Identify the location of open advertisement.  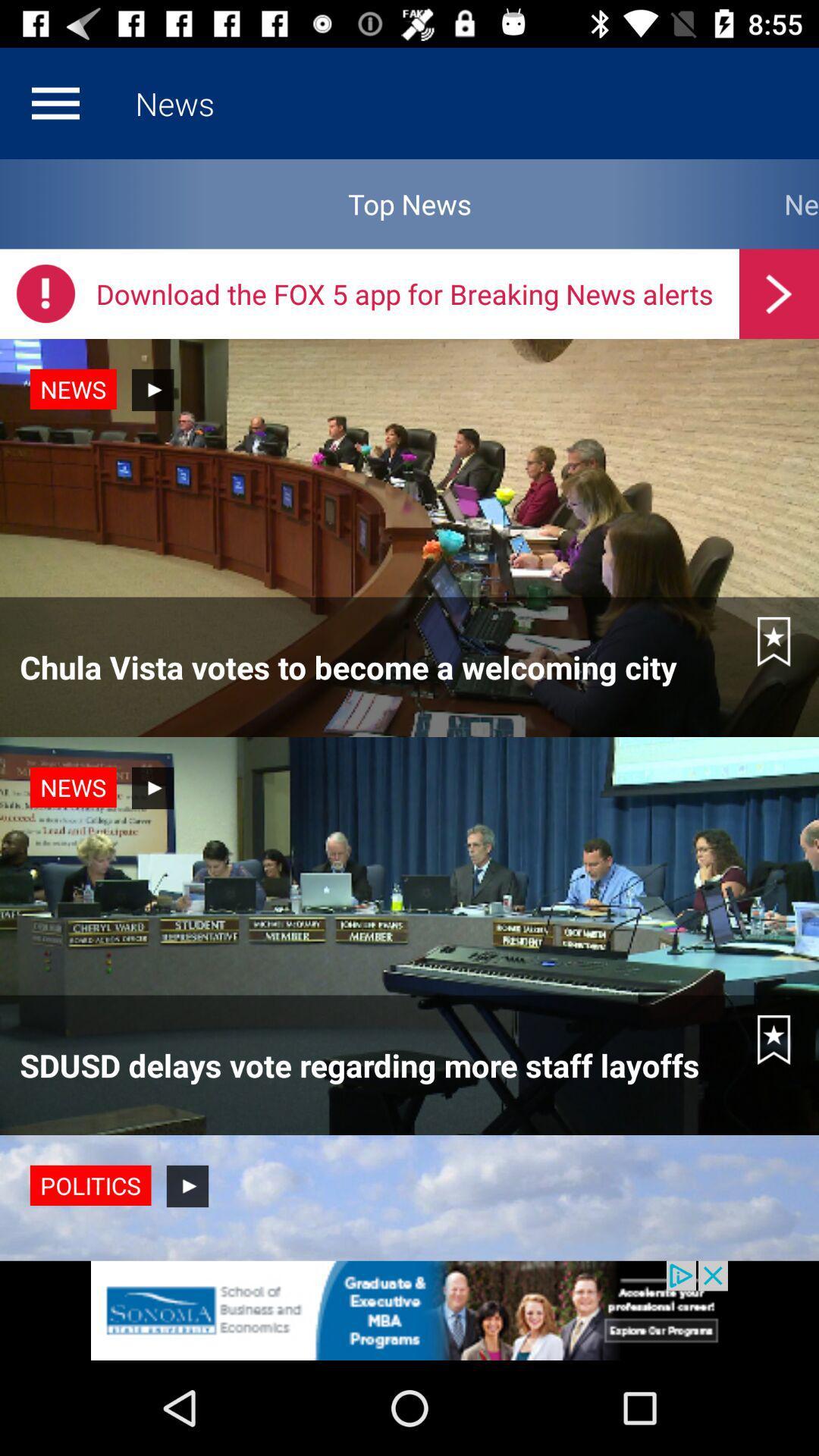
(409, 1310).